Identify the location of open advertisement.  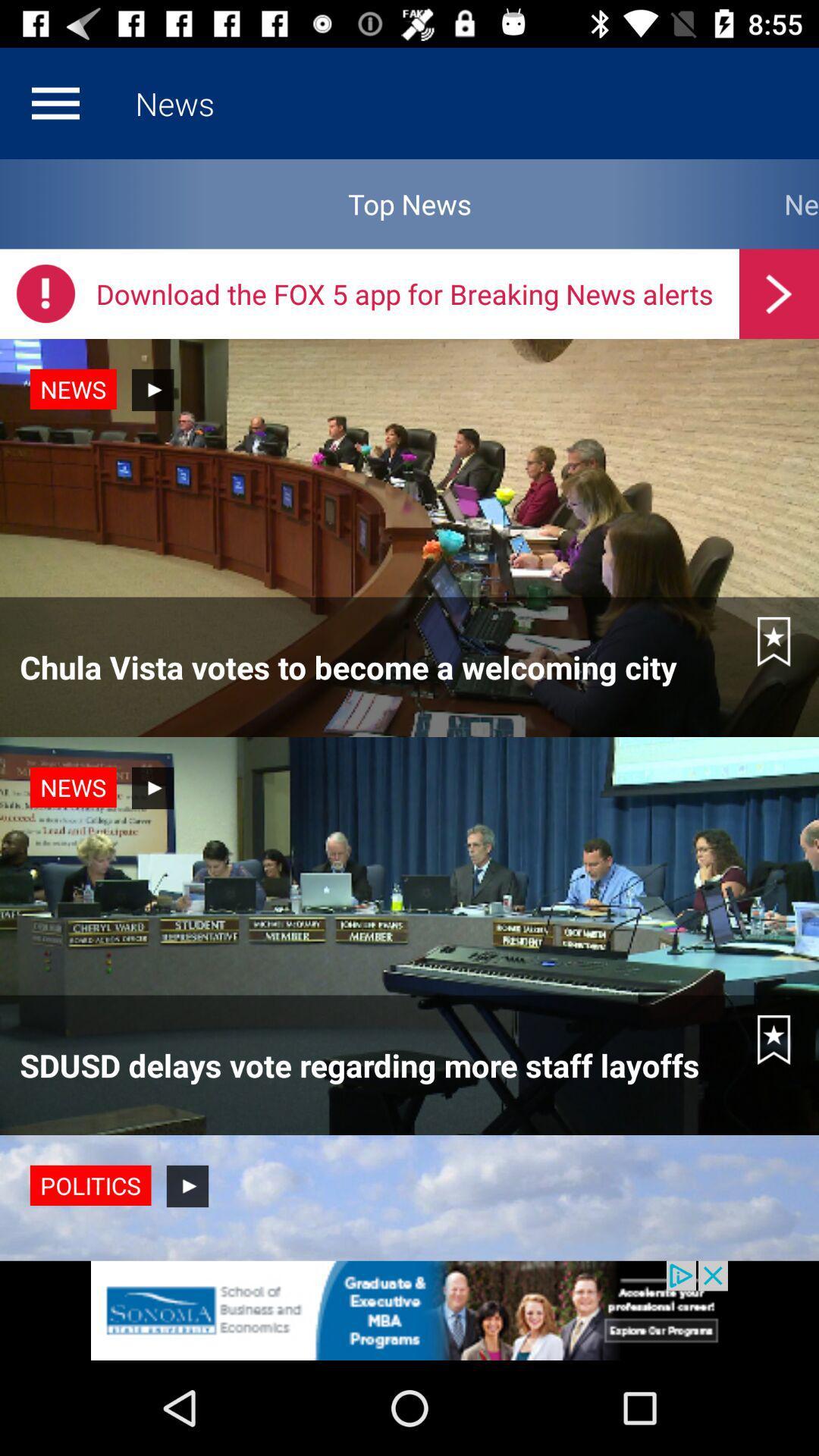
(409, 1310).